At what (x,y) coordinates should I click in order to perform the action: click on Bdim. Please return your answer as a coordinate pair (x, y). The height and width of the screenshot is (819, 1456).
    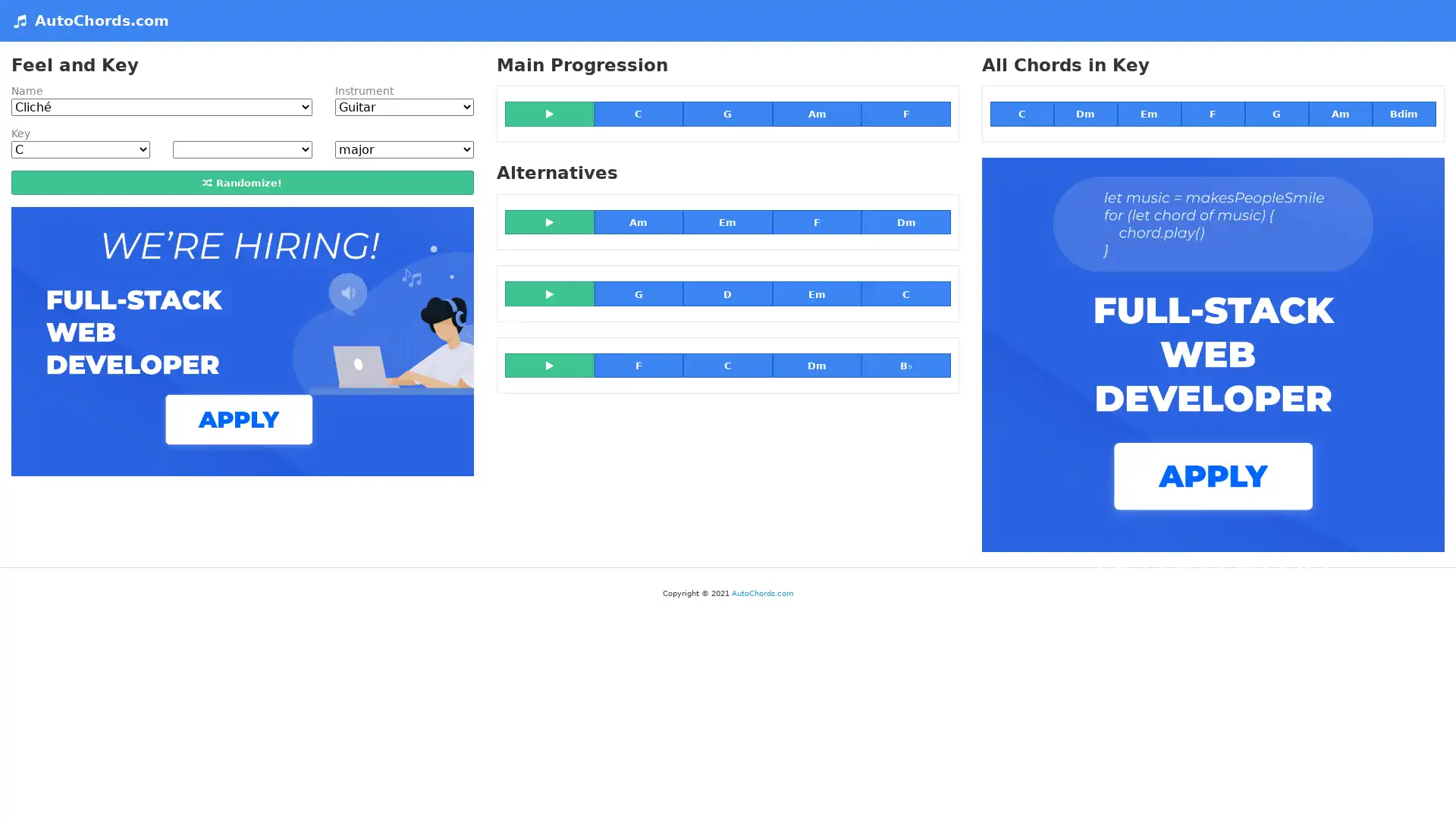
    Looking at the image, I should click on (1403, 113).